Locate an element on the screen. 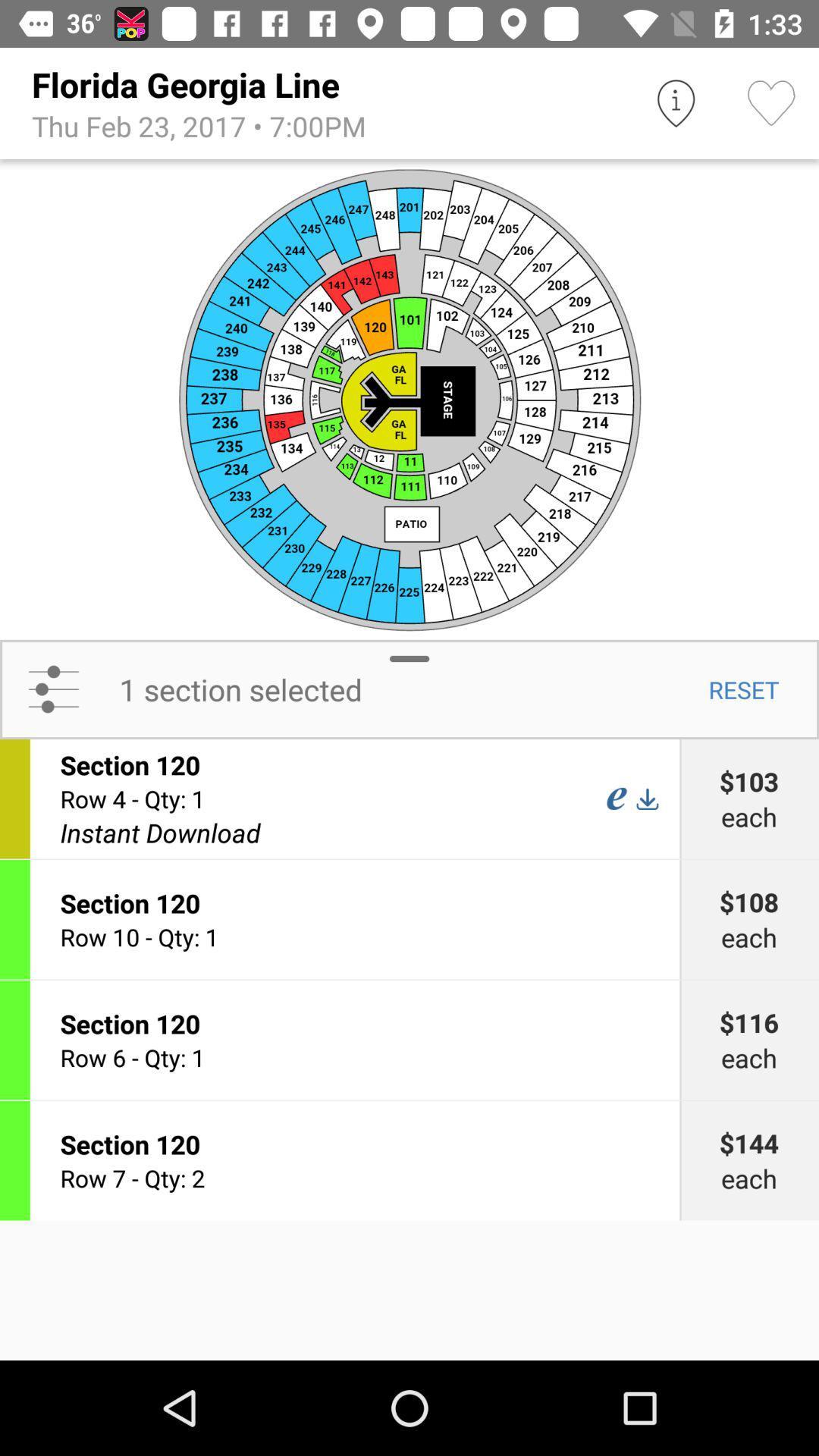 This screenshot has width=819, height=1456. the icon to the right of 1 section selected is located at coordinates (742, 689).